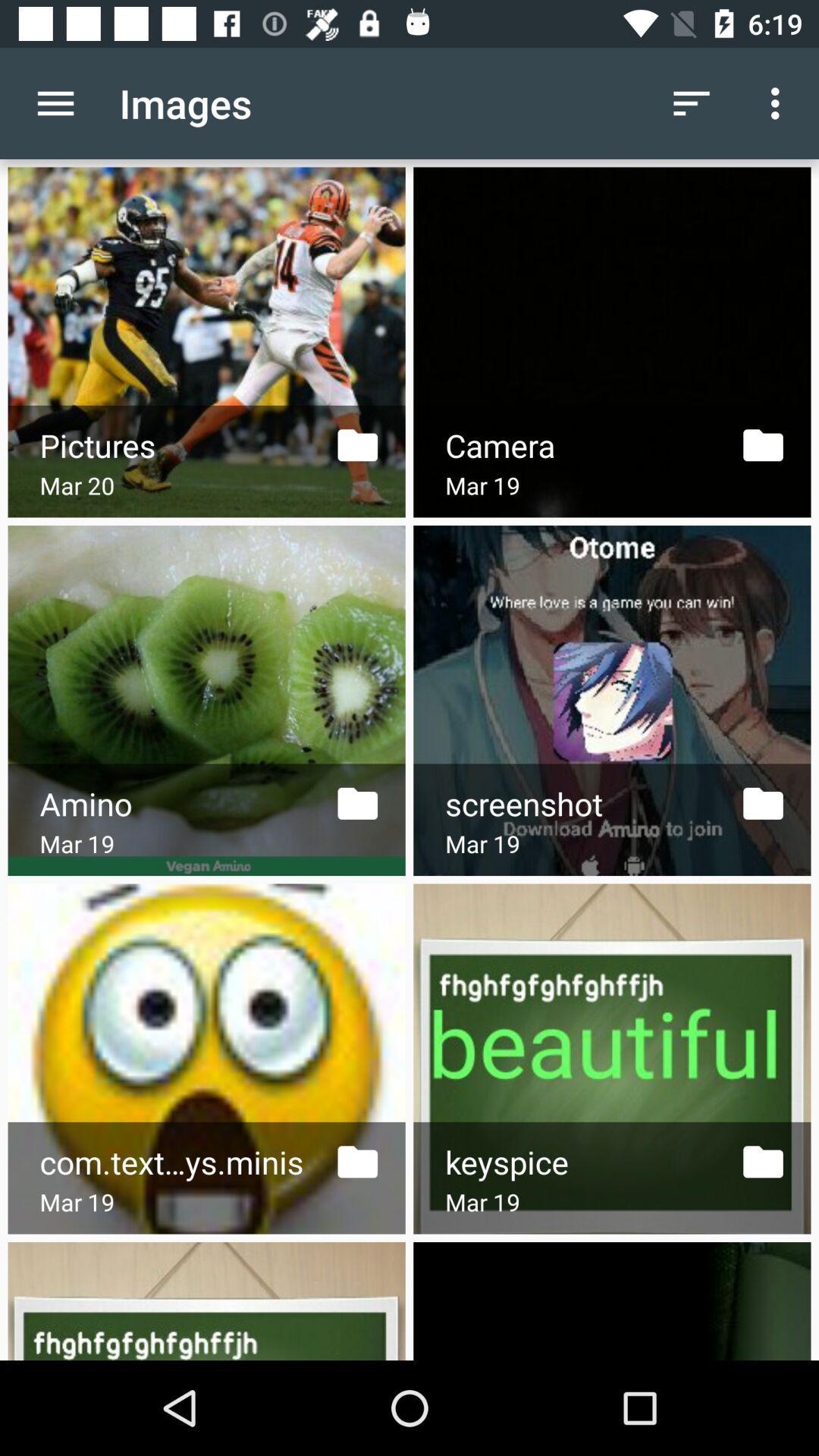  I want to click on the app to the left of images icon, so click(55, 102).